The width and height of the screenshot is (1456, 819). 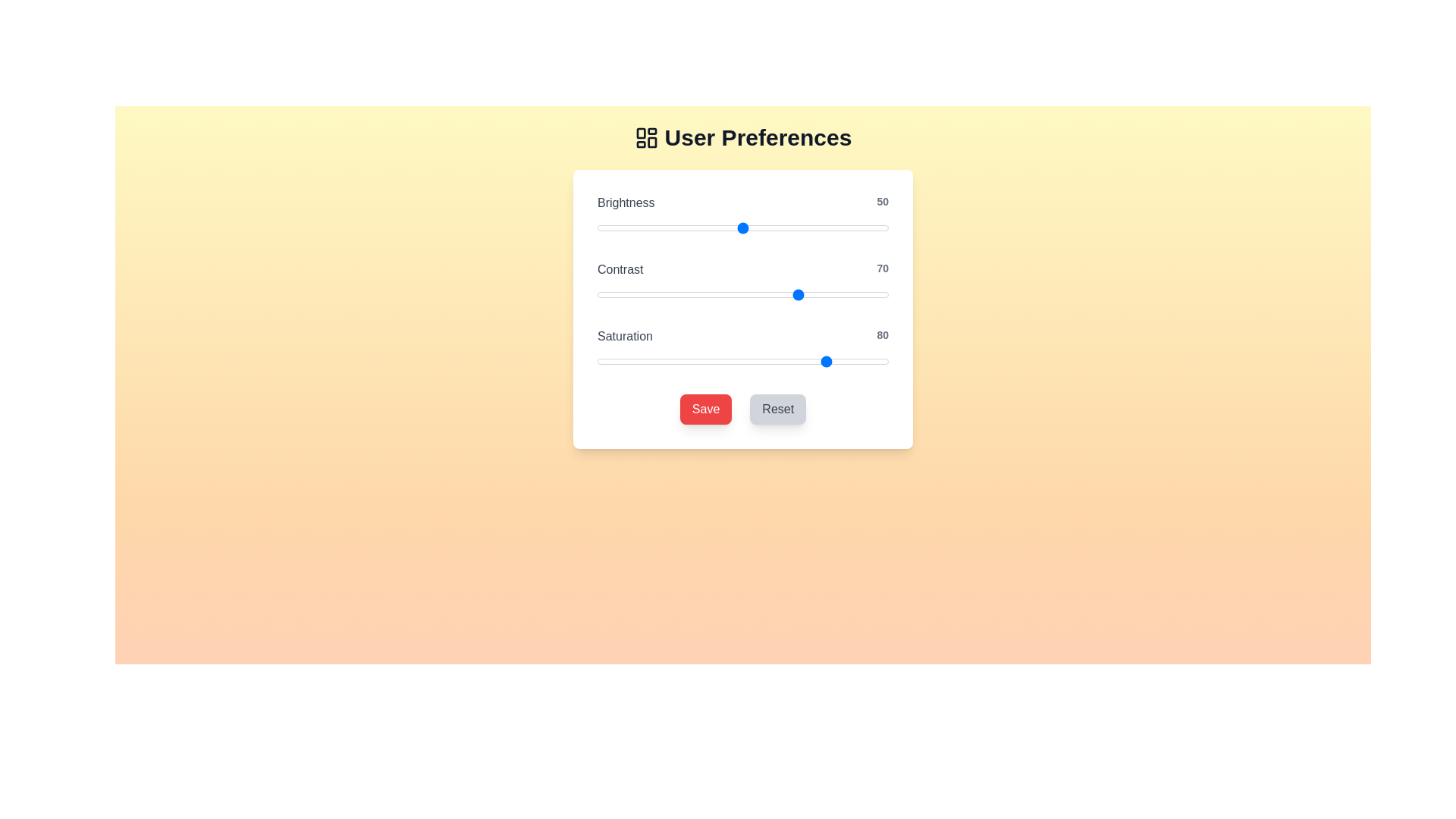 I want to click on 'Reset' button to revert changes, so click(x=778, y=409).